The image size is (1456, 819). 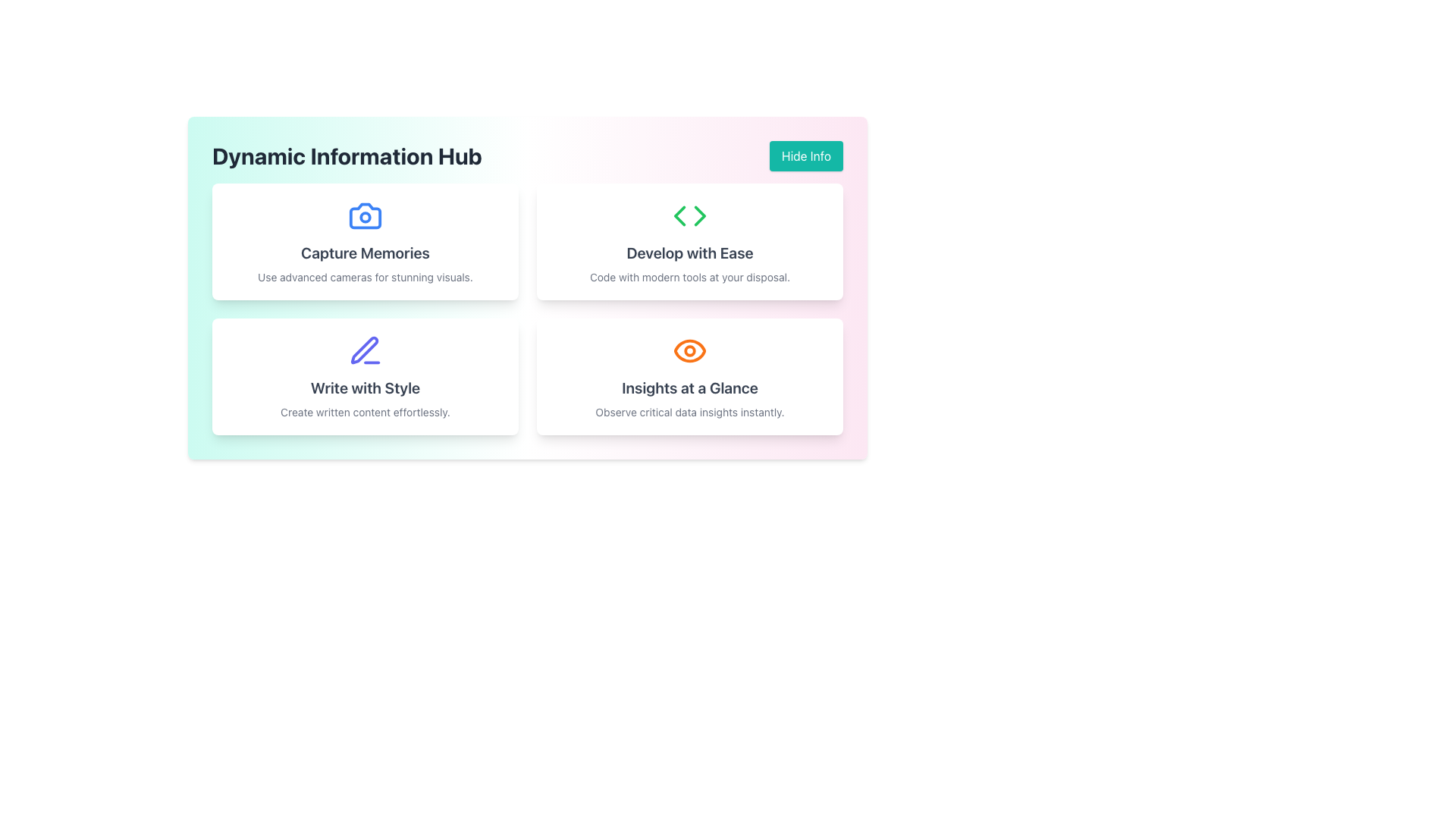 What do you see at coordinates (365, 216) in the screenshot?
I see `the decorative camera icon located in the upper-left card of the four-card grid, which is centered above the text 'Capture Memories'` at bounding box center [365, 216].